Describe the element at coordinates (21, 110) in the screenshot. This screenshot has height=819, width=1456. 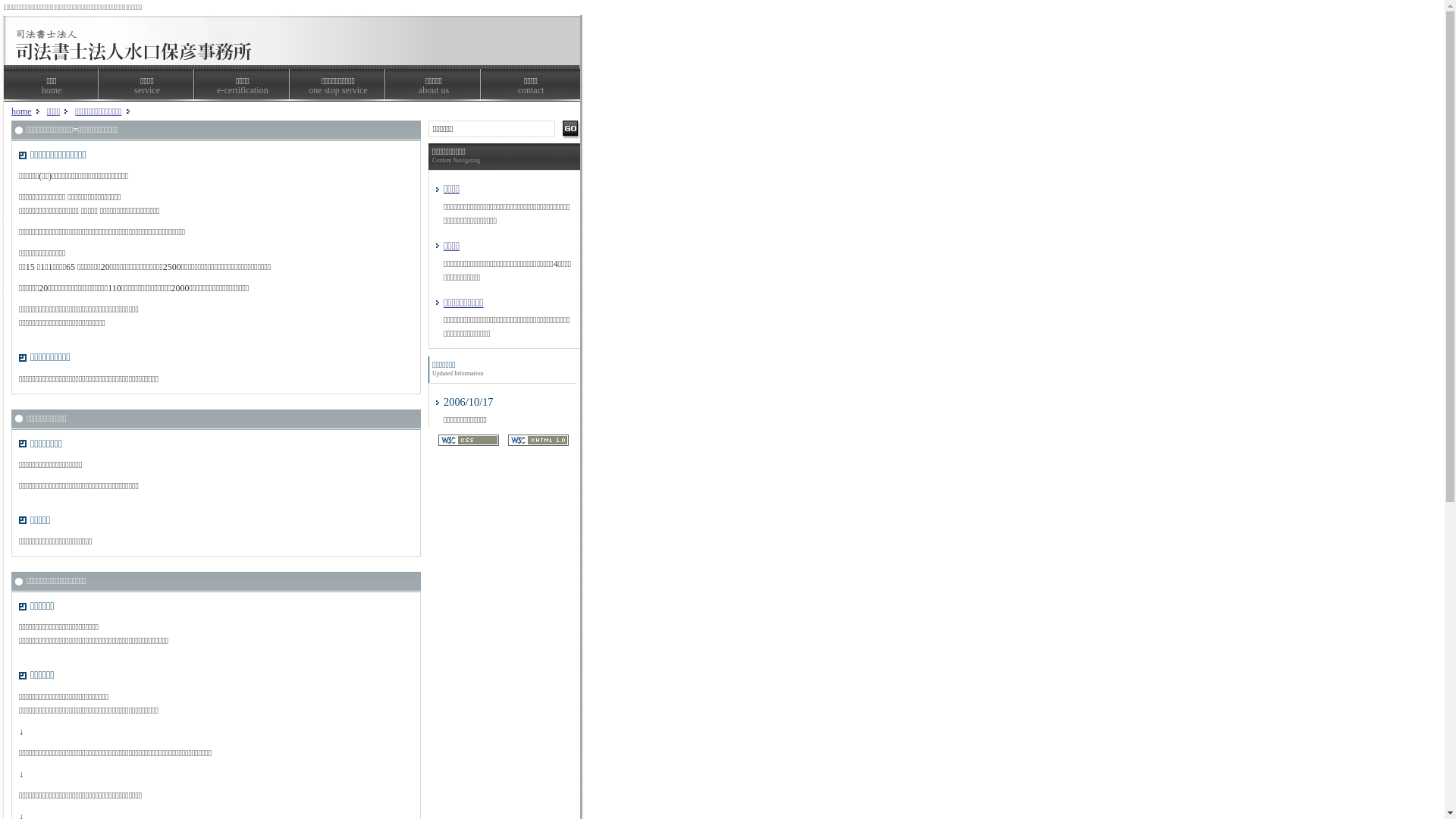
I see `'home'` at that location.